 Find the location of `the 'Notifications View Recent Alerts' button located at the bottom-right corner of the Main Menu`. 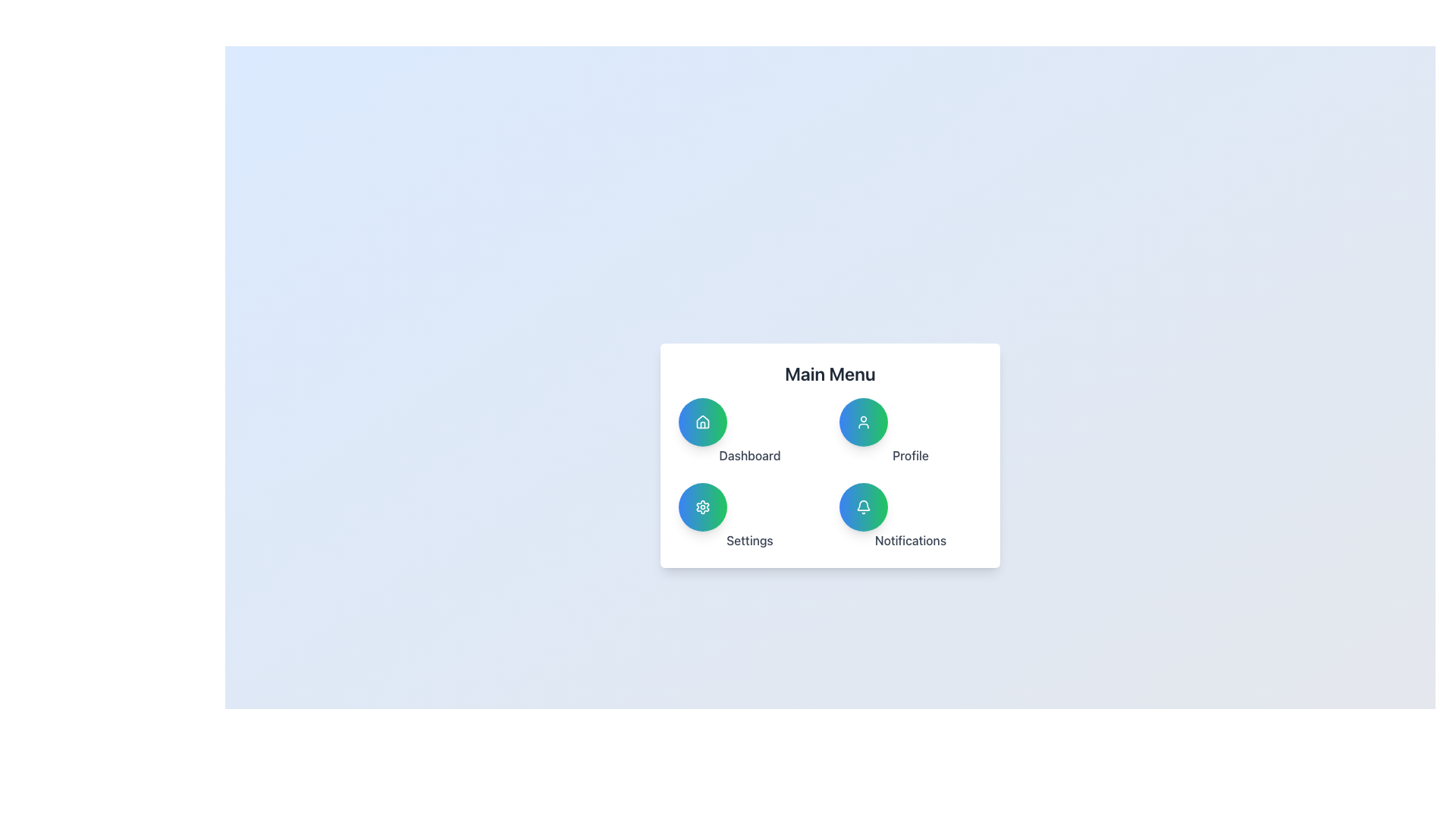

the 'Notifications View Recent Alerts' button located at the bottom-right corner of the Main Menu is located at coordinates (863, 507).